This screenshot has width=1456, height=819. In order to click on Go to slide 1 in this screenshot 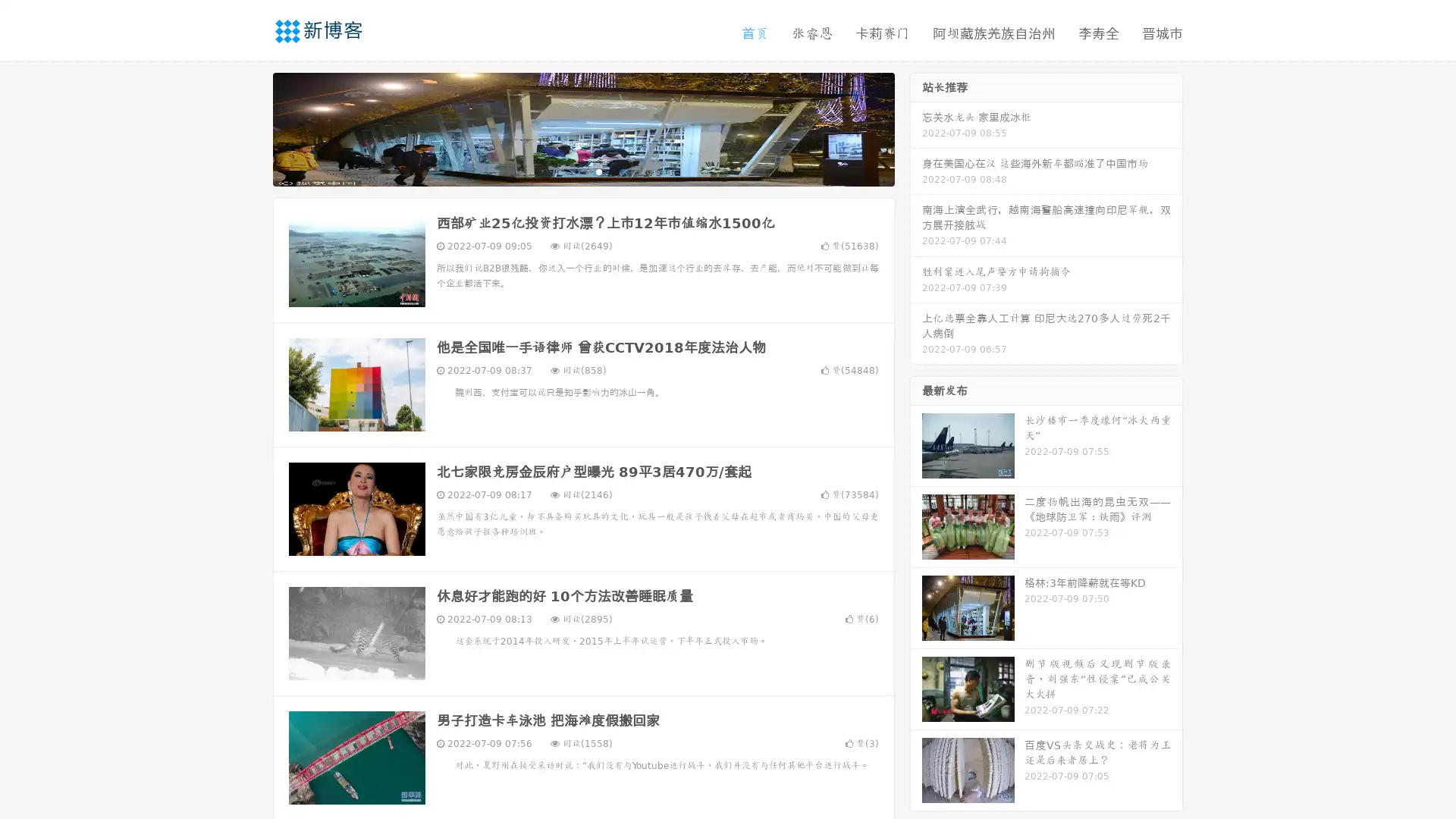, I will do `click(567, 171)`.